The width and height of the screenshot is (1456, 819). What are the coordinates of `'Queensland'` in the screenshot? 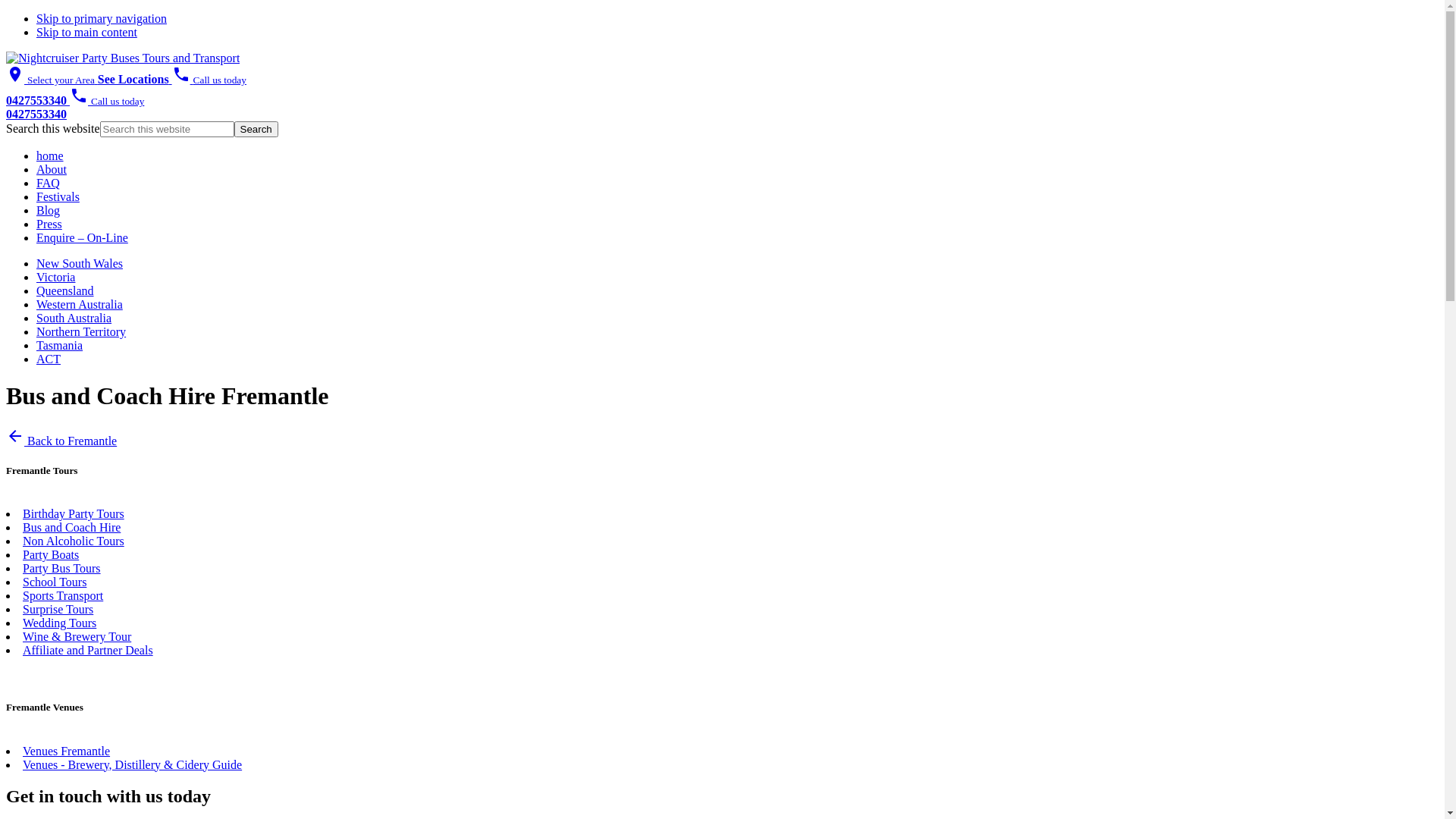 It's located at (36, 290).